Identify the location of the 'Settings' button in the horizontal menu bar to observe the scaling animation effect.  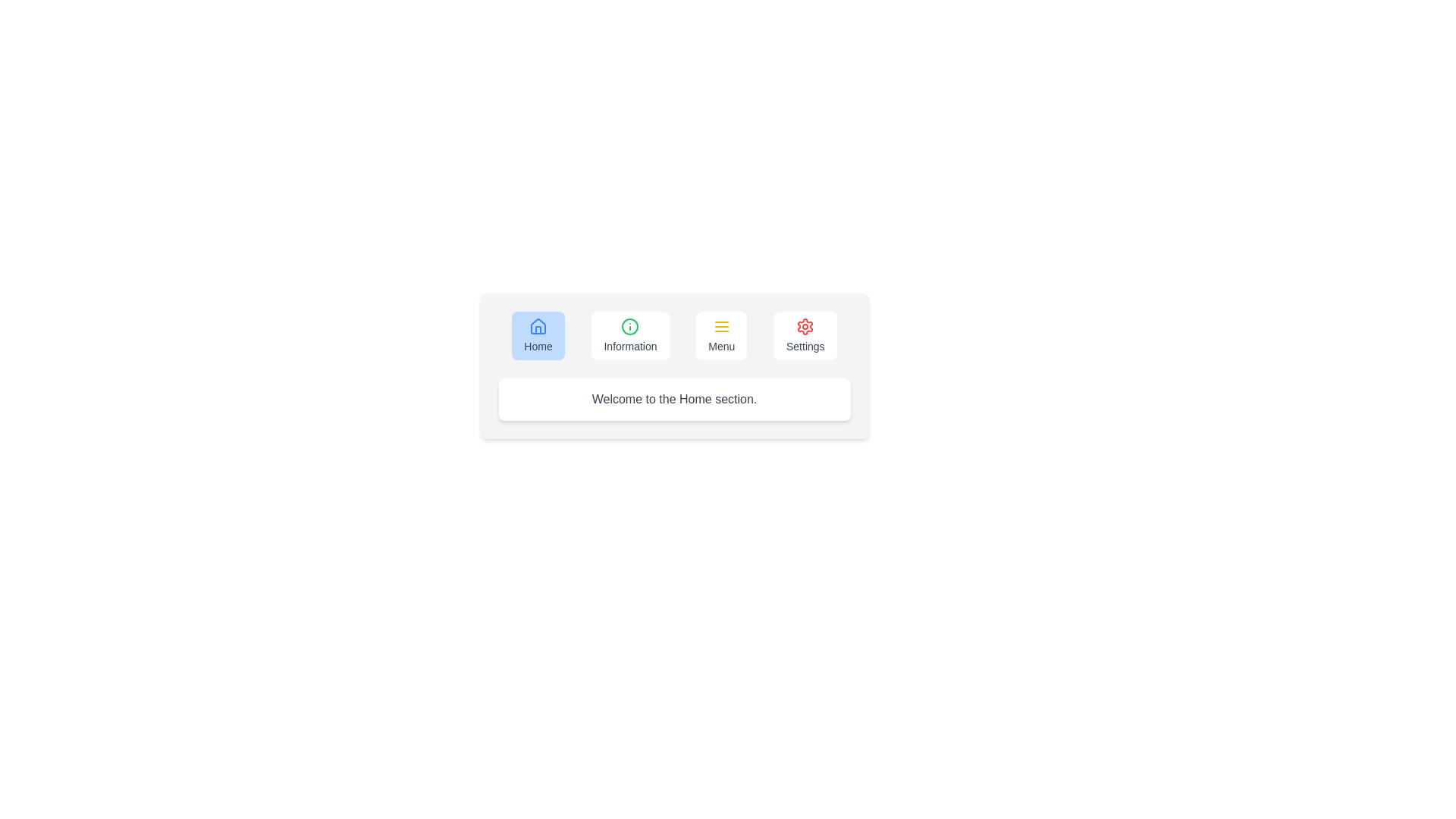
(805, 335).